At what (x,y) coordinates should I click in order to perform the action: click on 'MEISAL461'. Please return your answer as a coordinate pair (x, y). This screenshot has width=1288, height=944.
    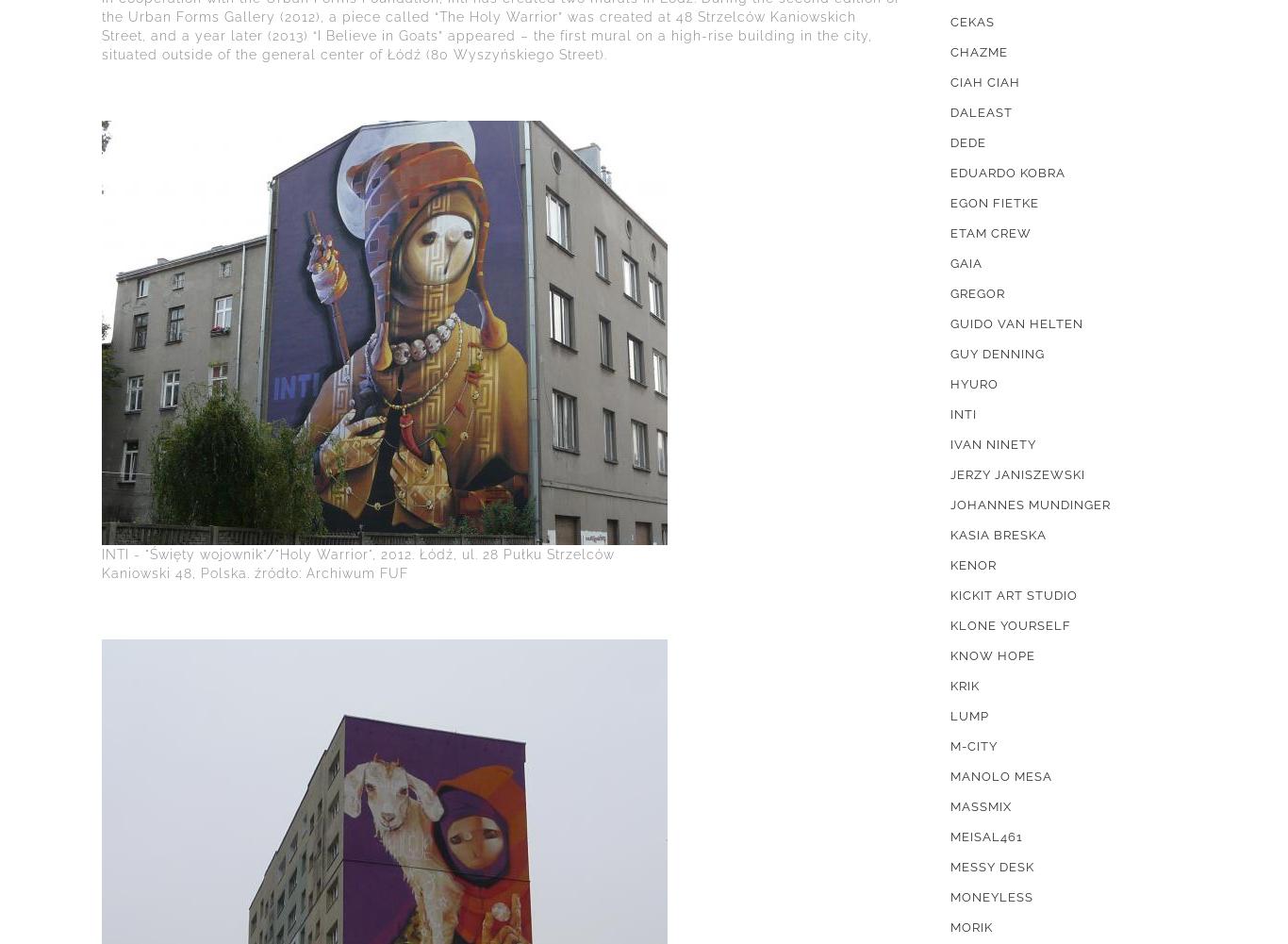
    Looking at the image, I should click on (985, 836).